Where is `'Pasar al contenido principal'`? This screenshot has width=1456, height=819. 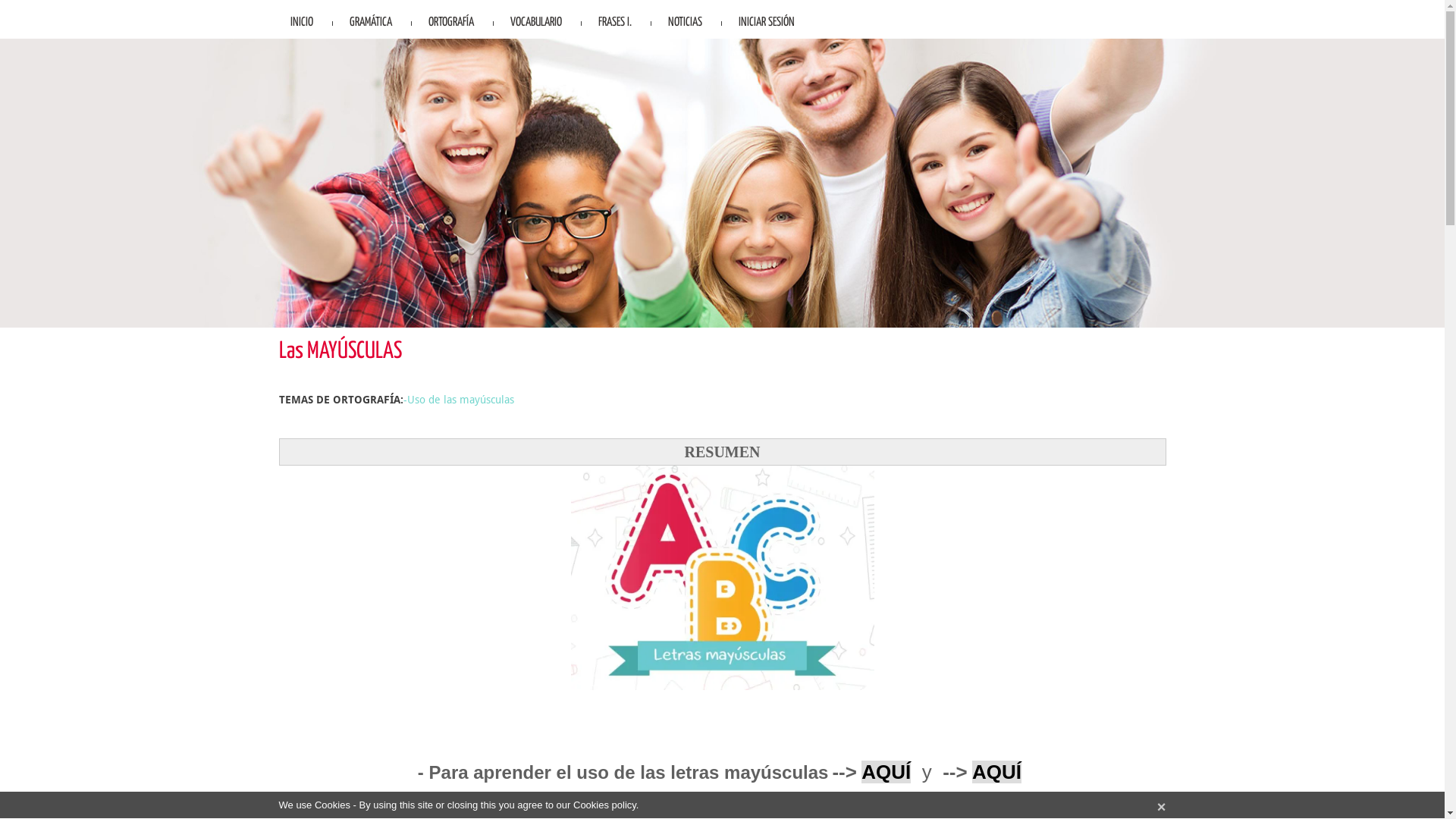 'Pasar al contenido principal' is located at coordinates (65, 0).